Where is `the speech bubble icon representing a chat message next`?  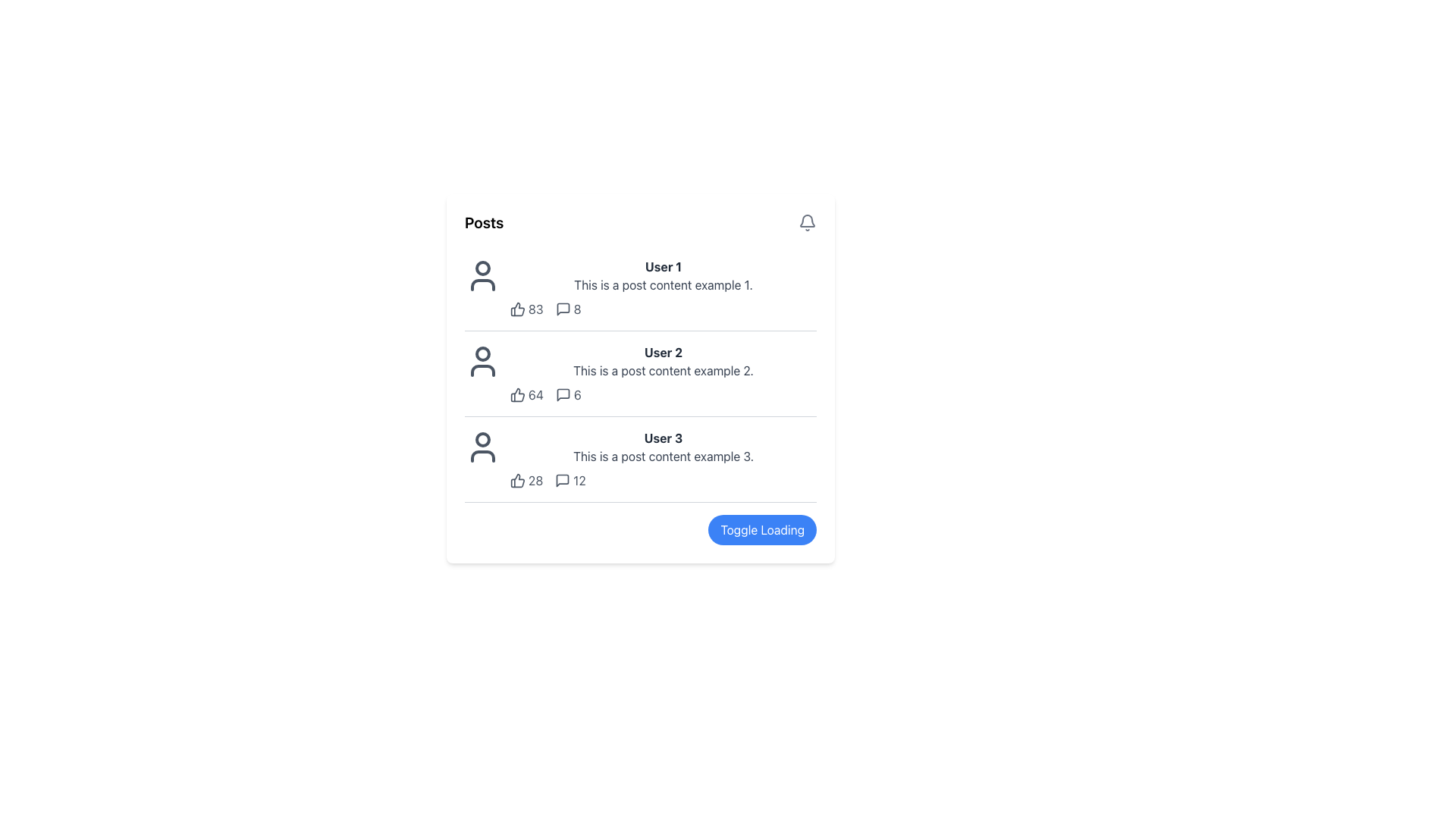
the speech bubble icon representing a chat message next is located at coordinates (562, 394).